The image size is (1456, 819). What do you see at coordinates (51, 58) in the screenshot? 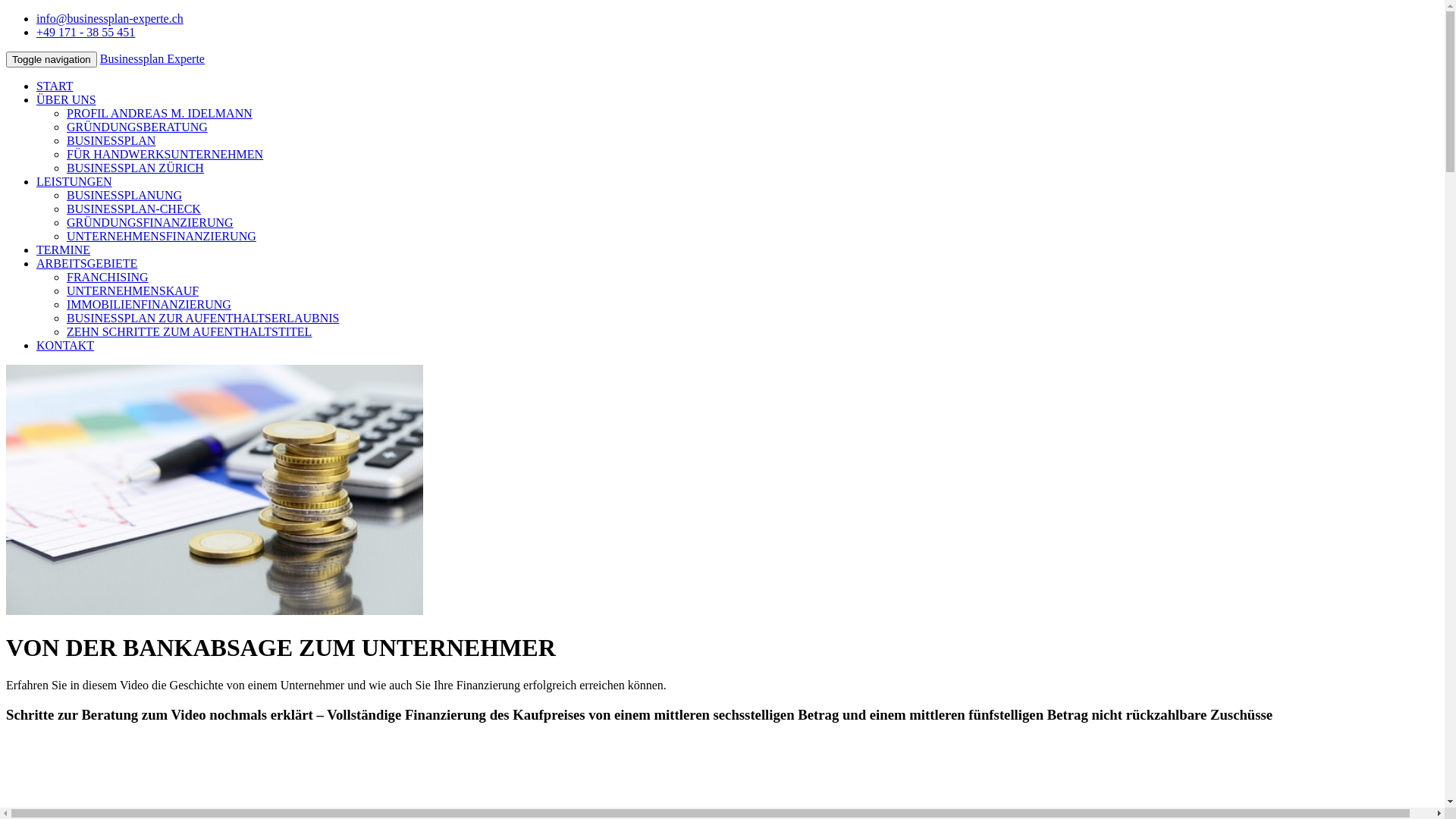
I see `'Toggle navigation'` at bounding box center [51, 58].